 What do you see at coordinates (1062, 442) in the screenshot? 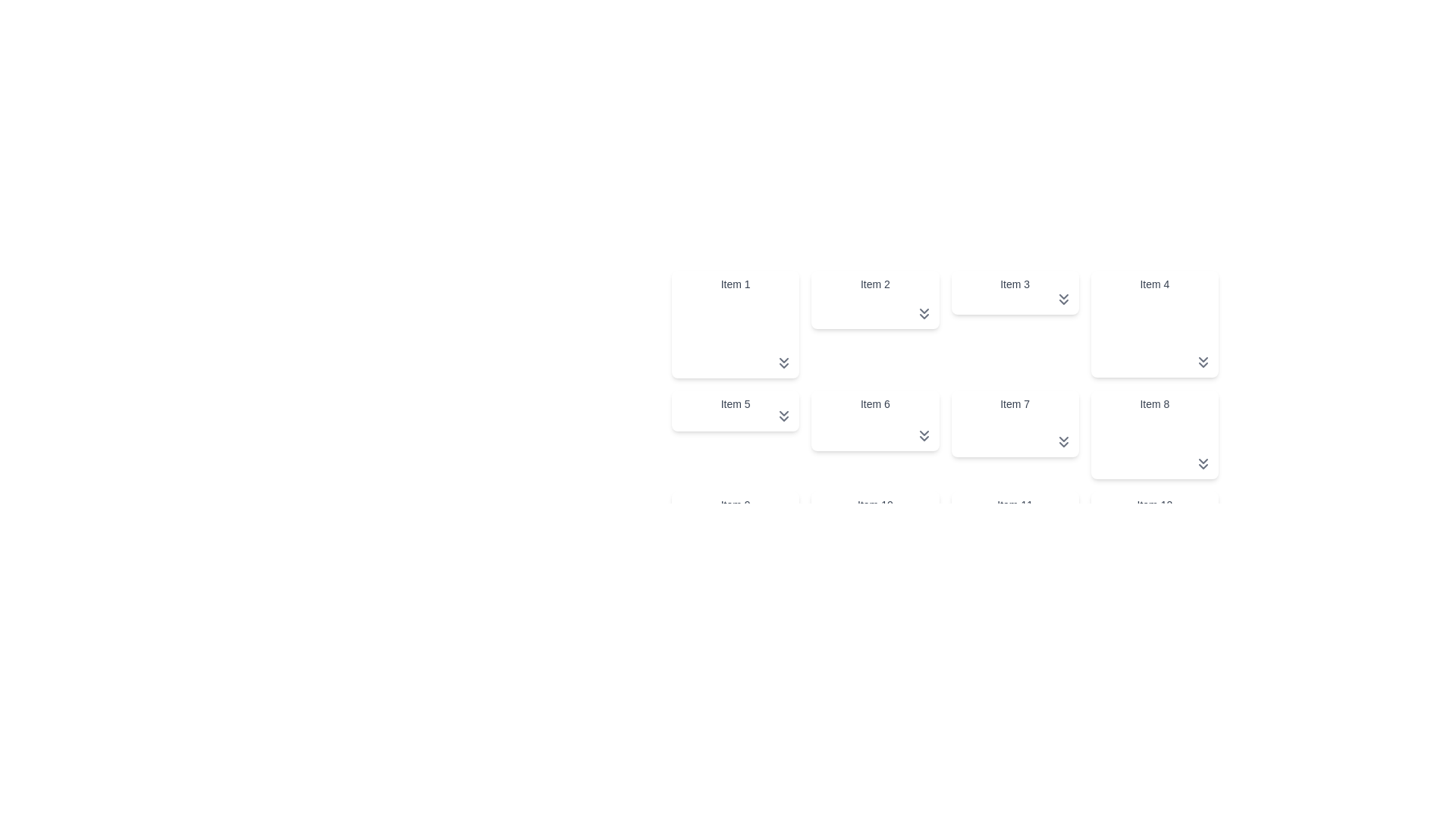
I see `the interactive icon button represented by two downward arrows located in the bottom-right corner of the 'Item 7' card` at bounding box center [1062, 442].